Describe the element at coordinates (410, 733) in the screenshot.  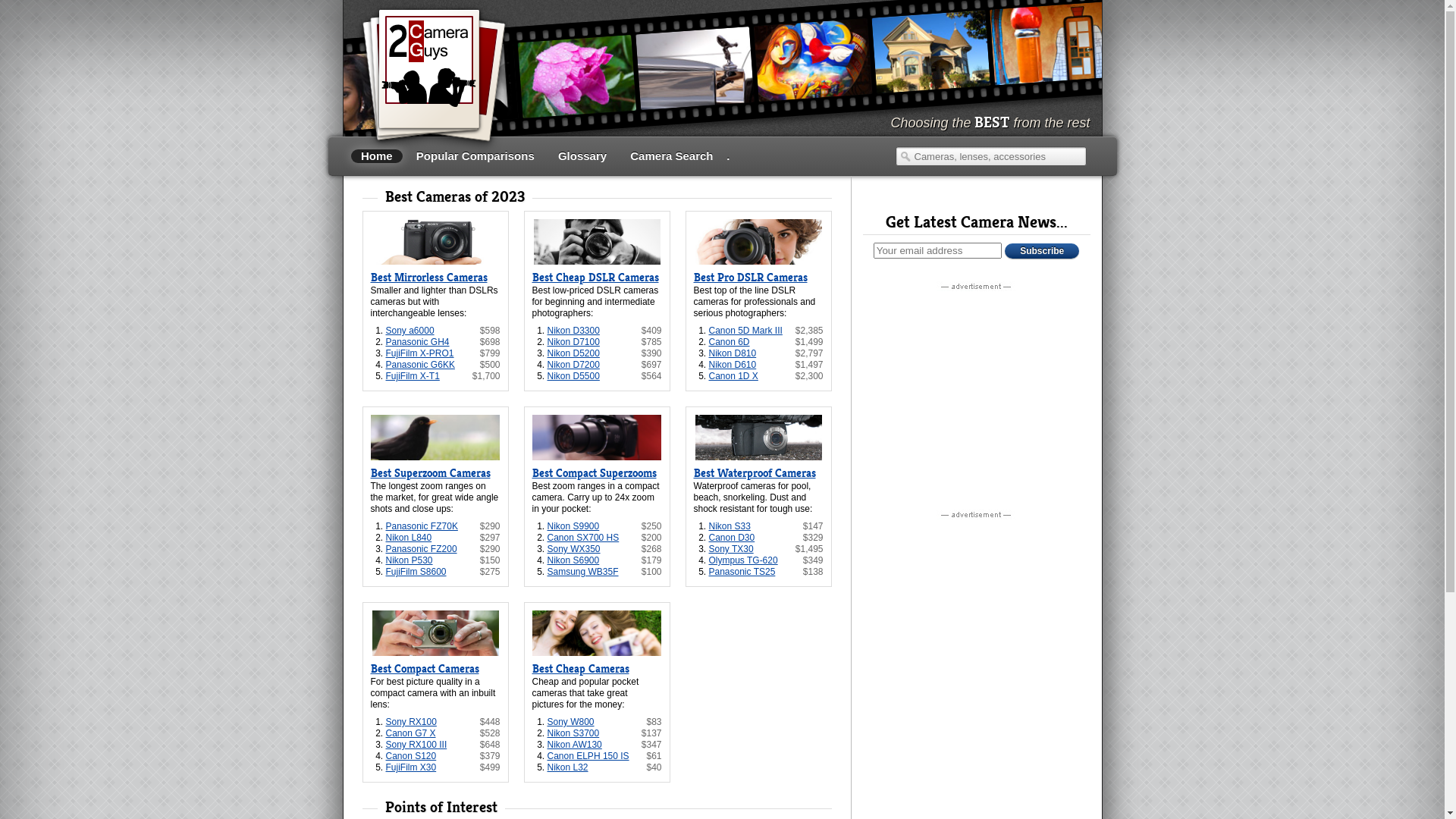
I see `'Canon G7 X'` at that location.